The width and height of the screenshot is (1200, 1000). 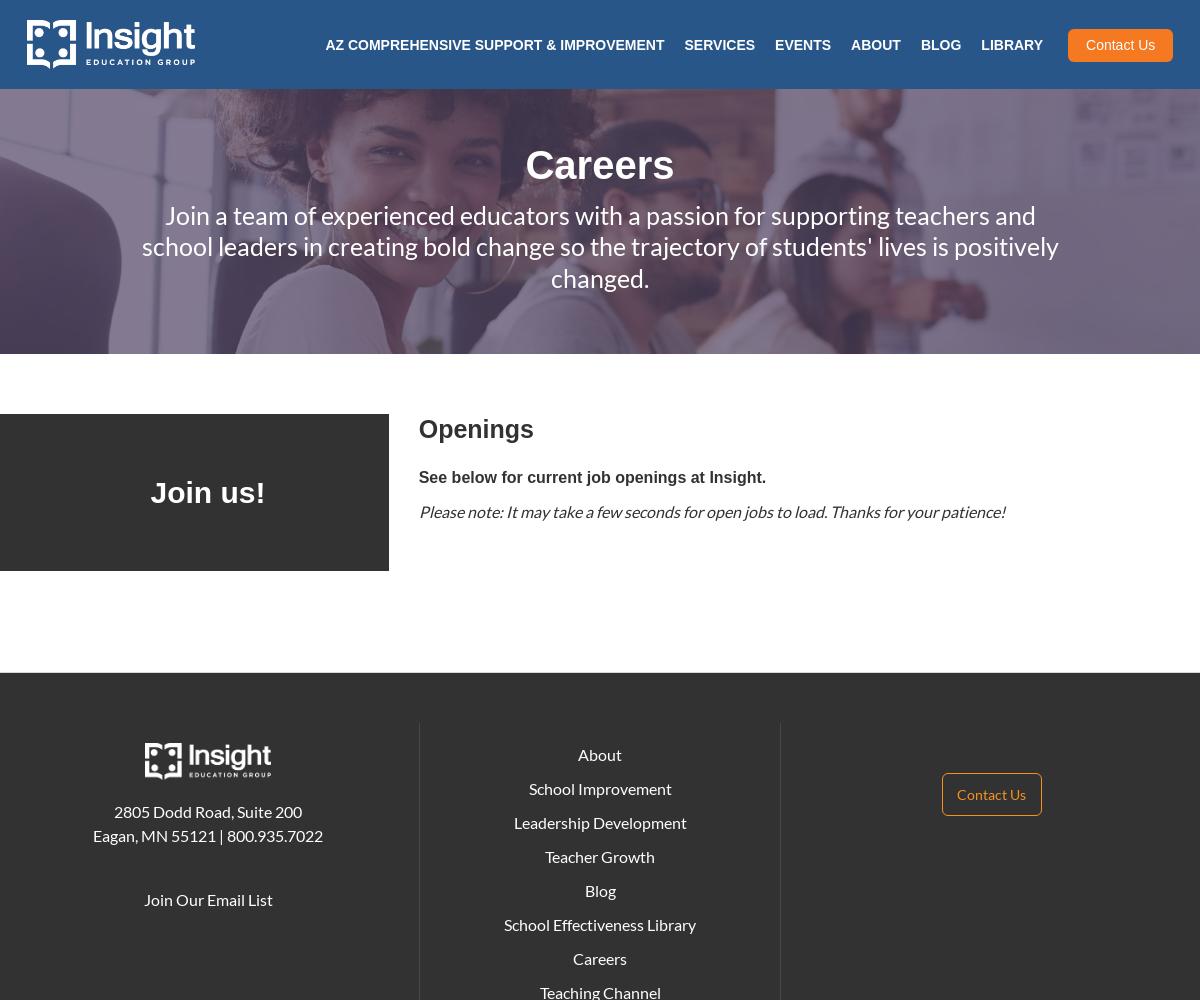 I want to click on 'About', so click(x=600, y=754).